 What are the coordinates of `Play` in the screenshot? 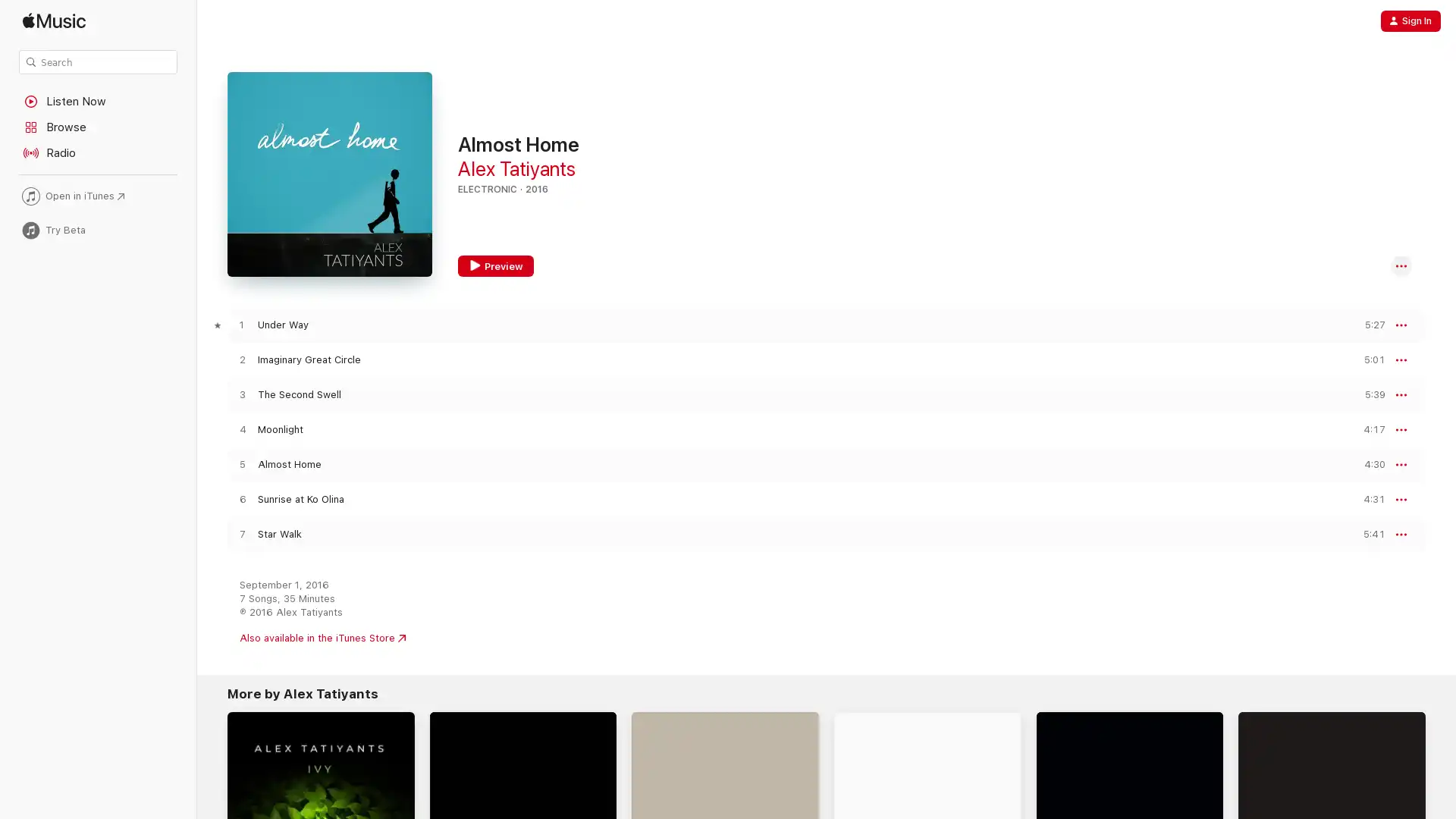 It's located at (241, 324).